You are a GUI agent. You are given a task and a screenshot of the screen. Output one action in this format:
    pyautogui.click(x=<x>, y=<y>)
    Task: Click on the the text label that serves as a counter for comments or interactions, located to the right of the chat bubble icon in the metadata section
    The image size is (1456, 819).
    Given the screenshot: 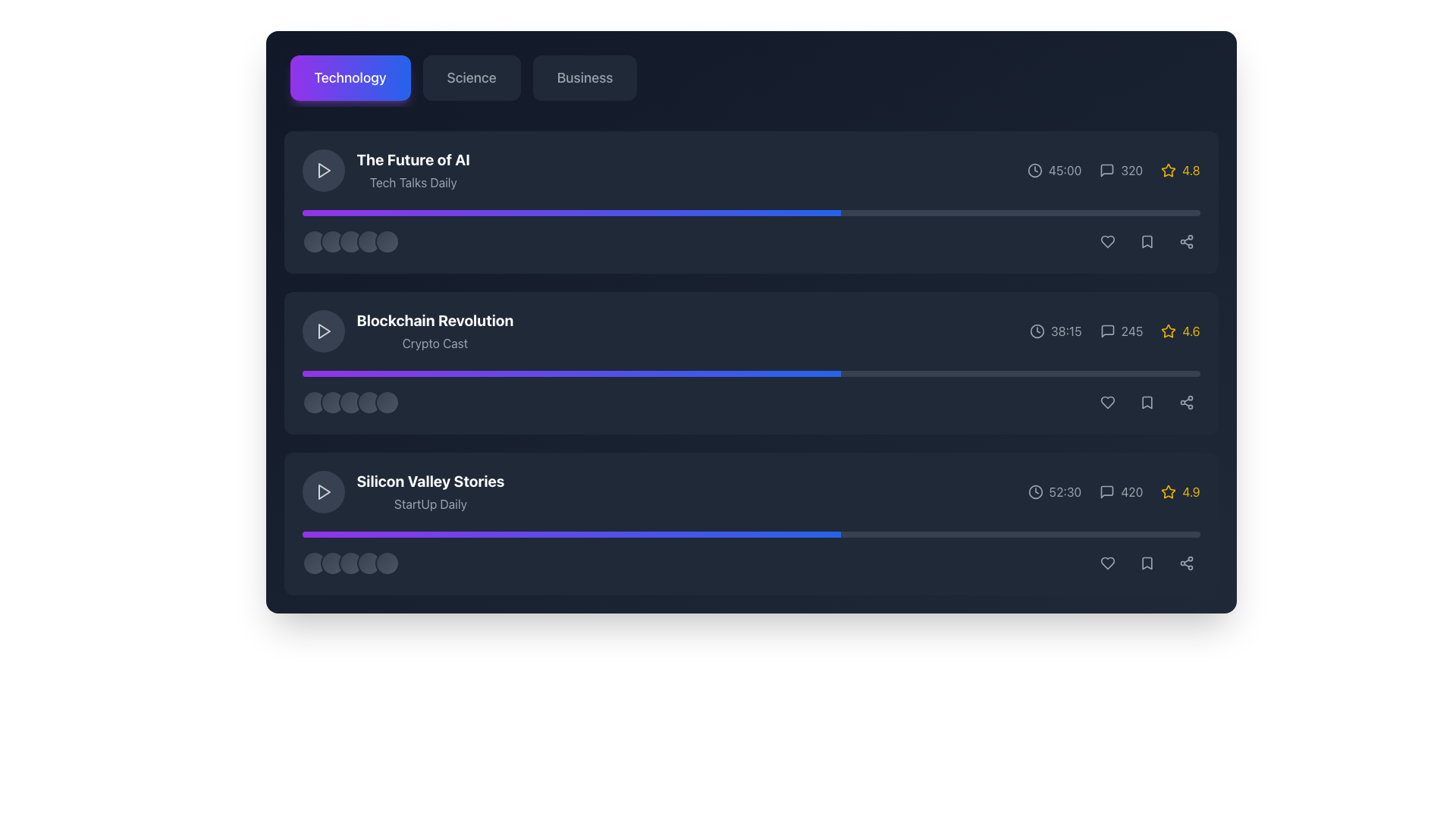 What is the action you would take?
    pyautogui.click(x=1121, y=170)
    